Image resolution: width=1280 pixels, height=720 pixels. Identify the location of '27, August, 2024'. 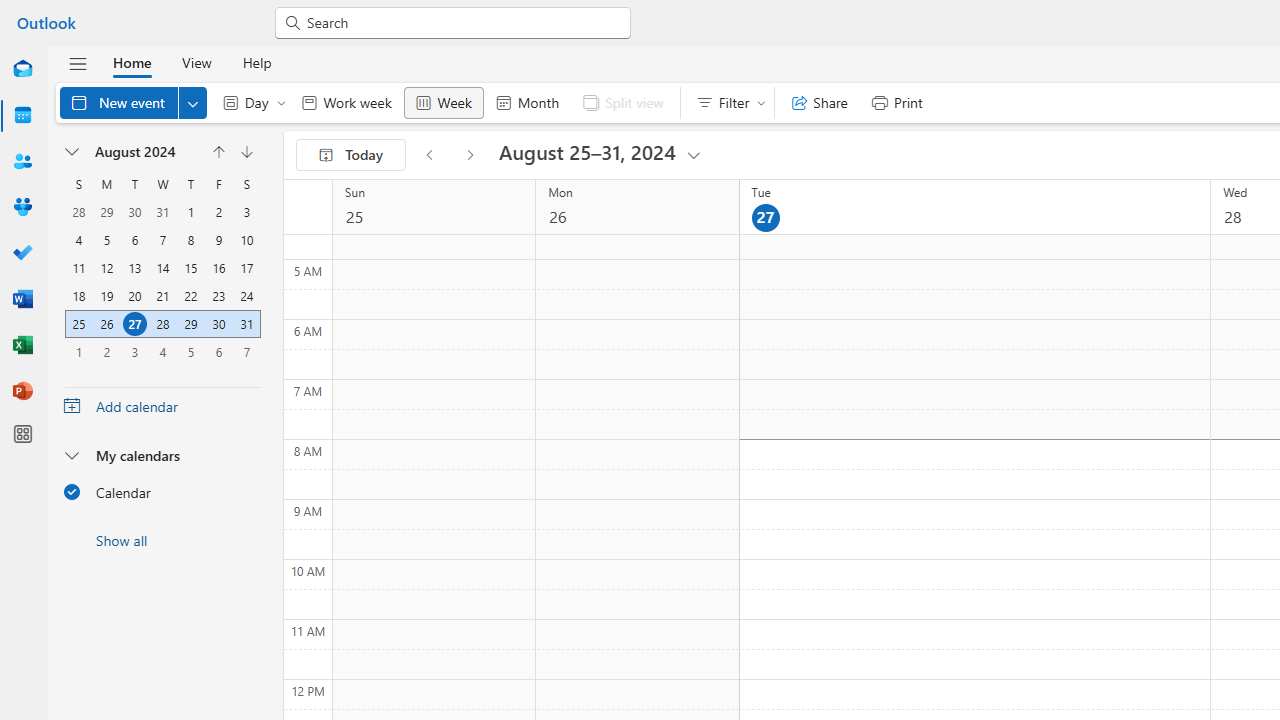
(134, 323).